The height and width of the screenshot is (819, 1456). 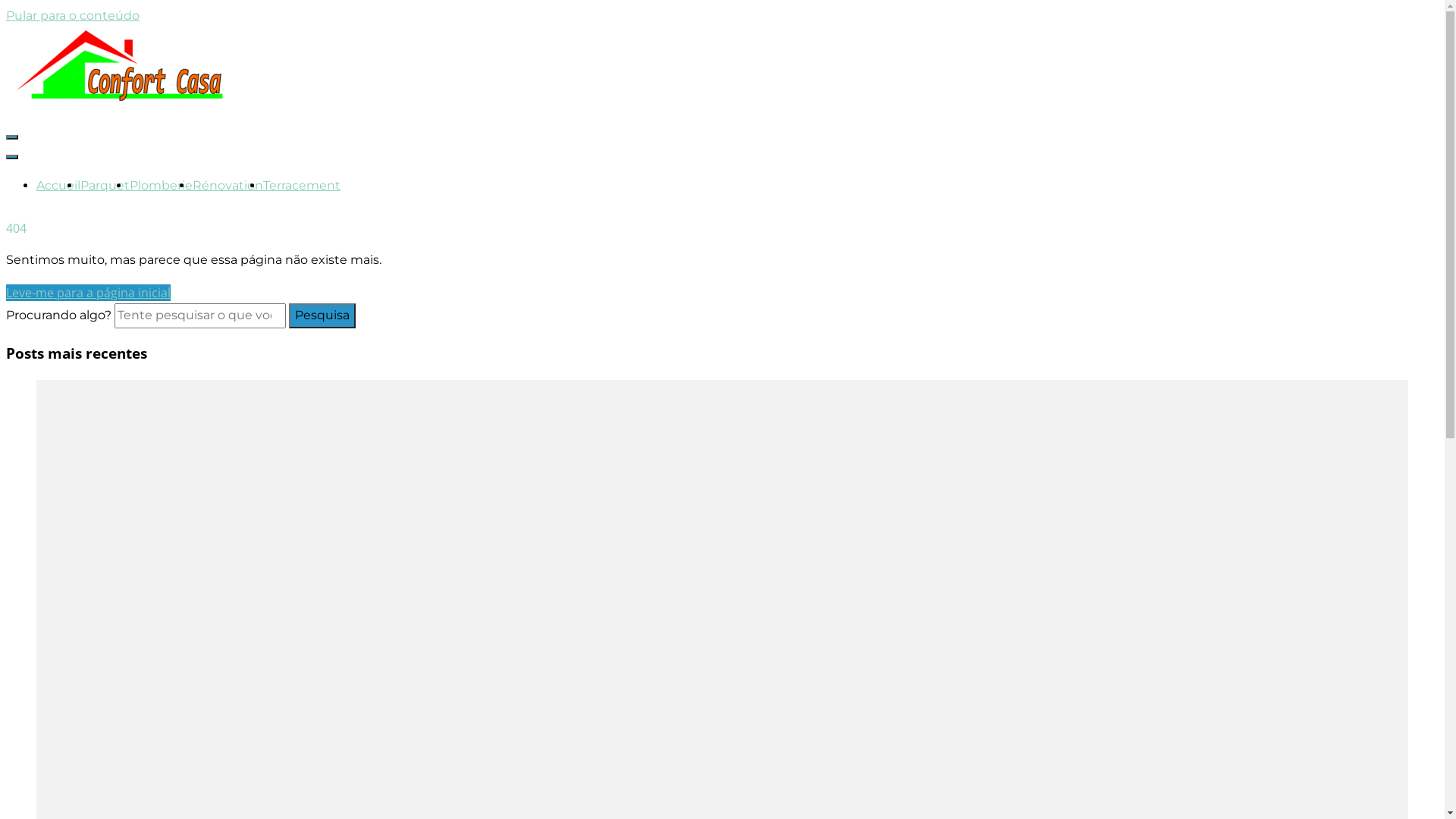 What do you see at coordinates (107, 177) in the screenshot?
I see `'Confort Casa'` at bounding box center [107, 177].